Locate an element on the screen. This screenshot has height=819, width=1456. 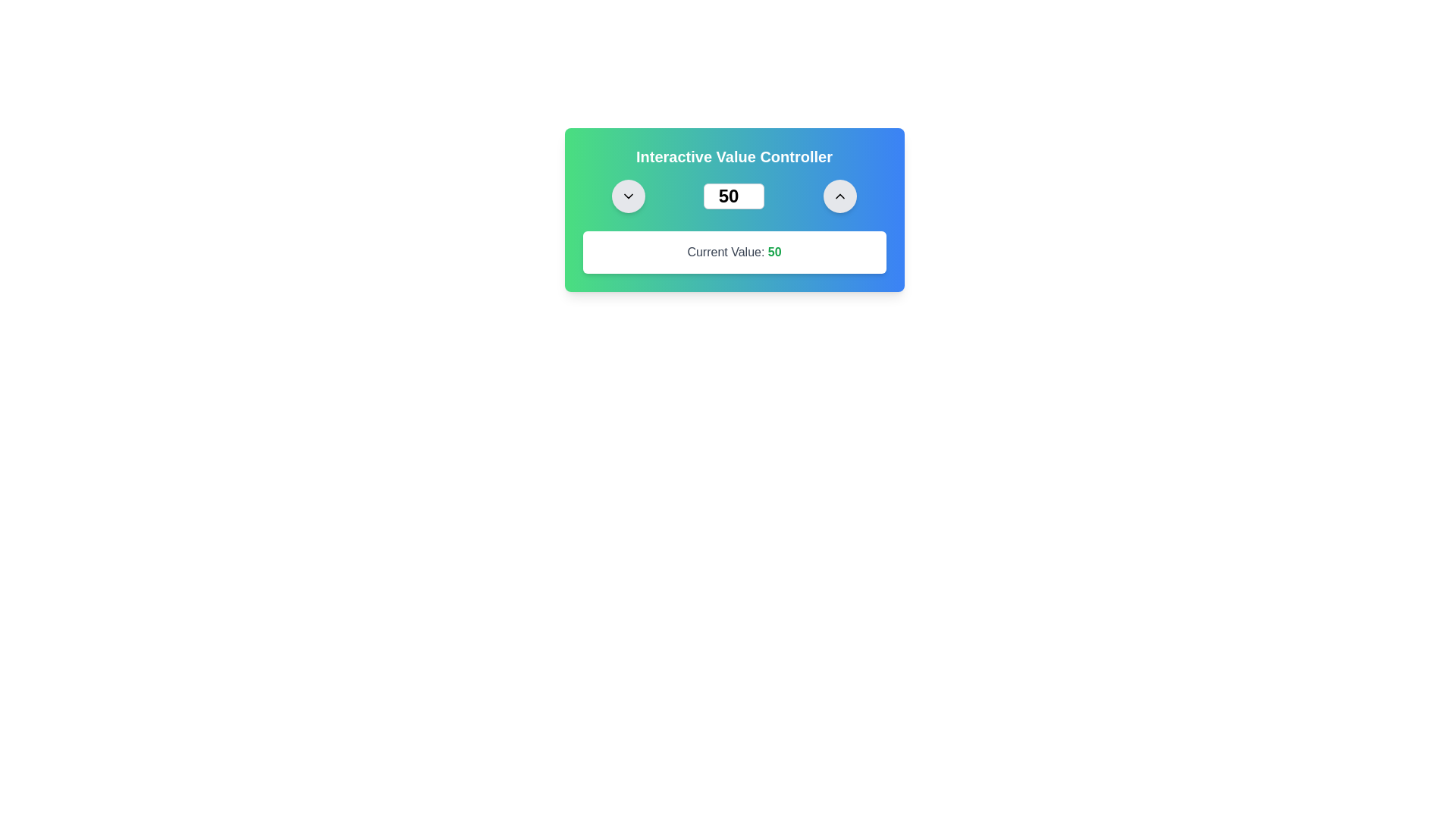
the upward-pointing chevron icon located inside the circular button on the right side of the interface to interact with it is located at coordinates (839, 195).